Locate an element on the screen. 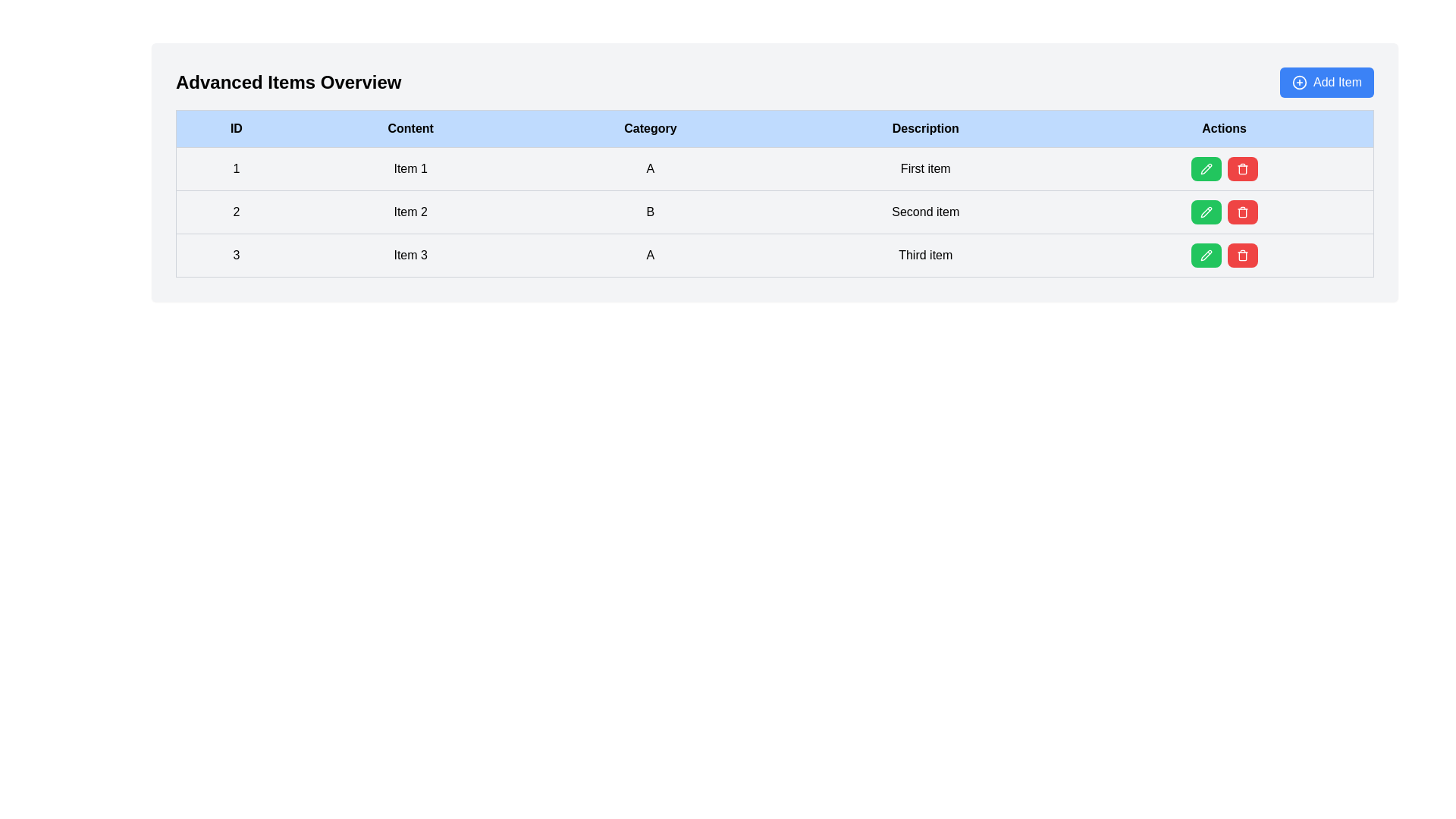  SVG icon that symbolizes the action of adding a new item, located within the 'Add Item' button at the top-right corner of the interface is located at coordinates (1298, 82).